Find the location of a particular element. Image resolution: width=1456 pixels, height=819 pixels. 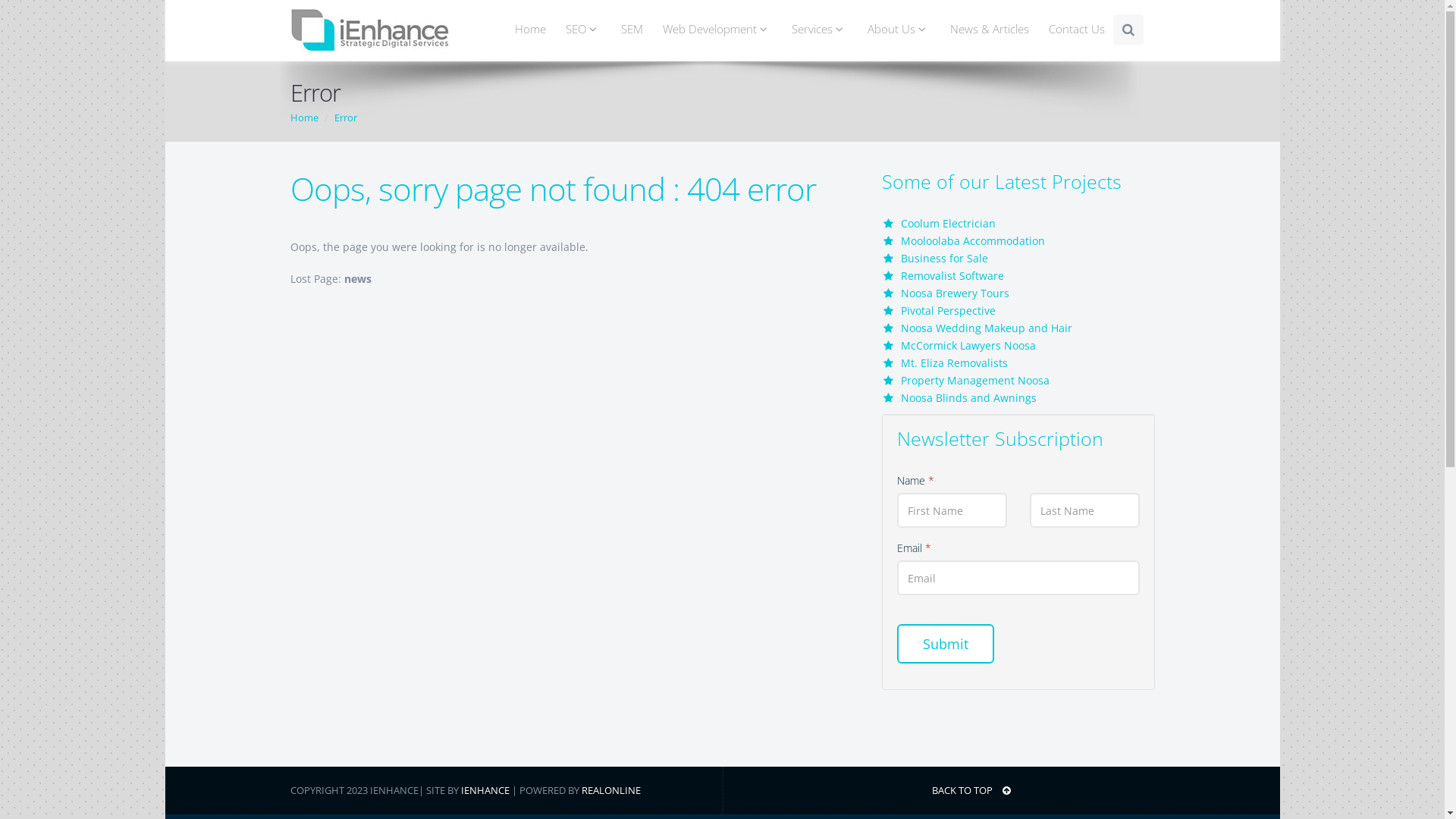

'Contact Us' is located at coordinates (1076, 29).